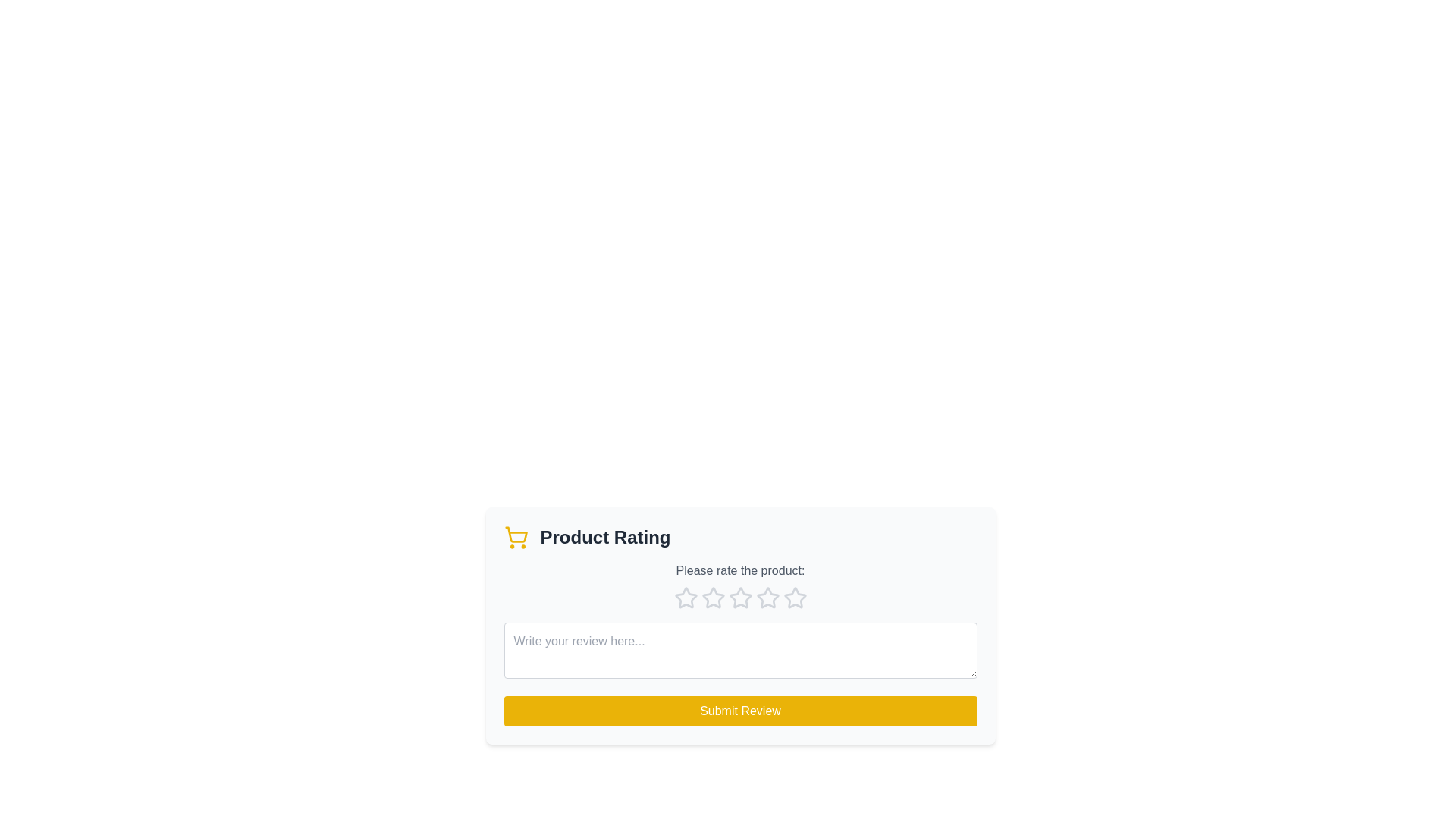  Describe the element at coordinates (794, 597) in the screenshot. I see `the fourth star icon in the product rating section to visualize its hover state` at that location.